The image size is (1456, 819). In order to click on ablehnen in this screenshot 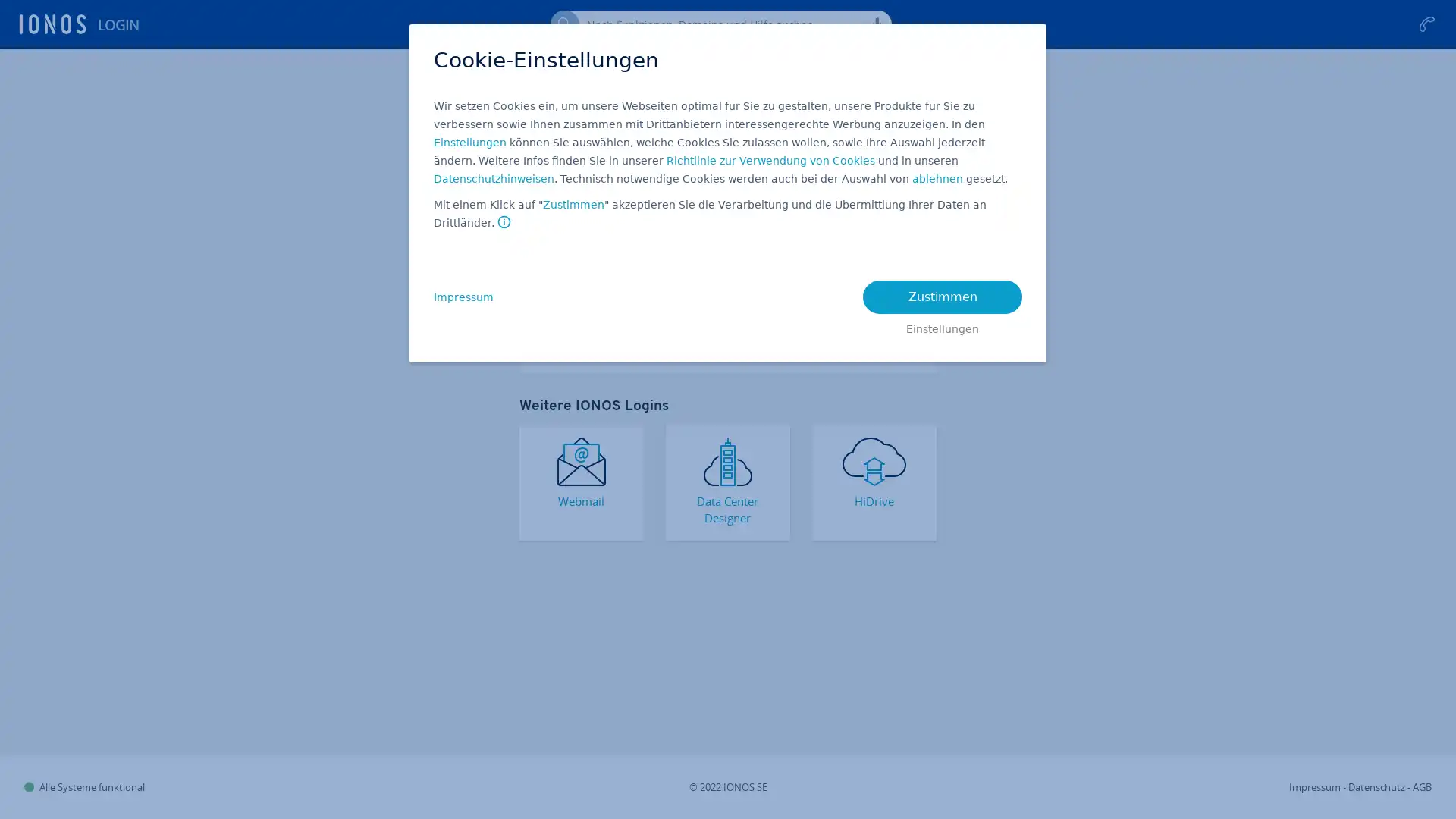, I will do `click(937, 178)`.